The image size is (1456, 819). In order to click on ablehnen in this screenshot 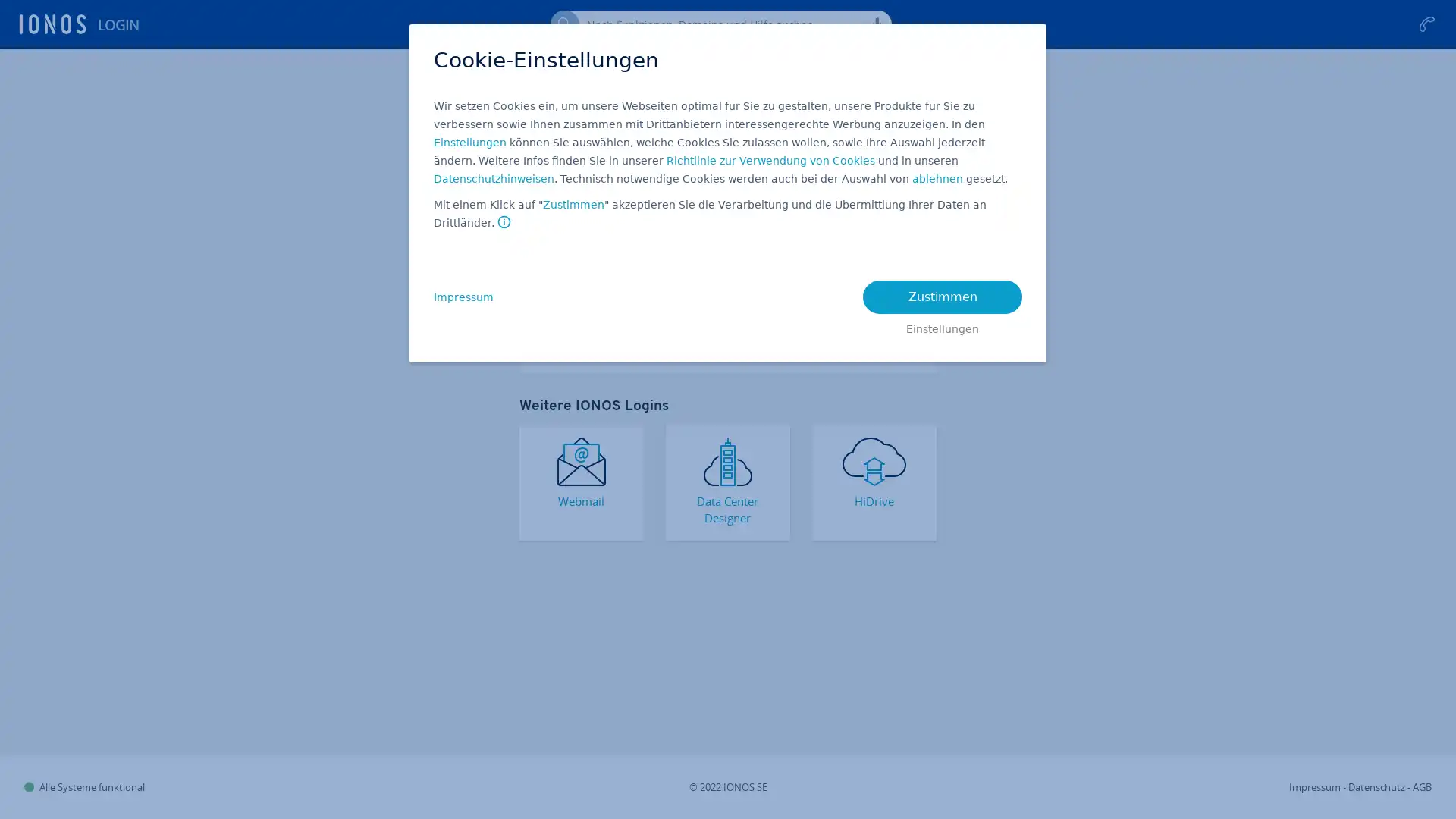, I will do `click(937, 178)`.